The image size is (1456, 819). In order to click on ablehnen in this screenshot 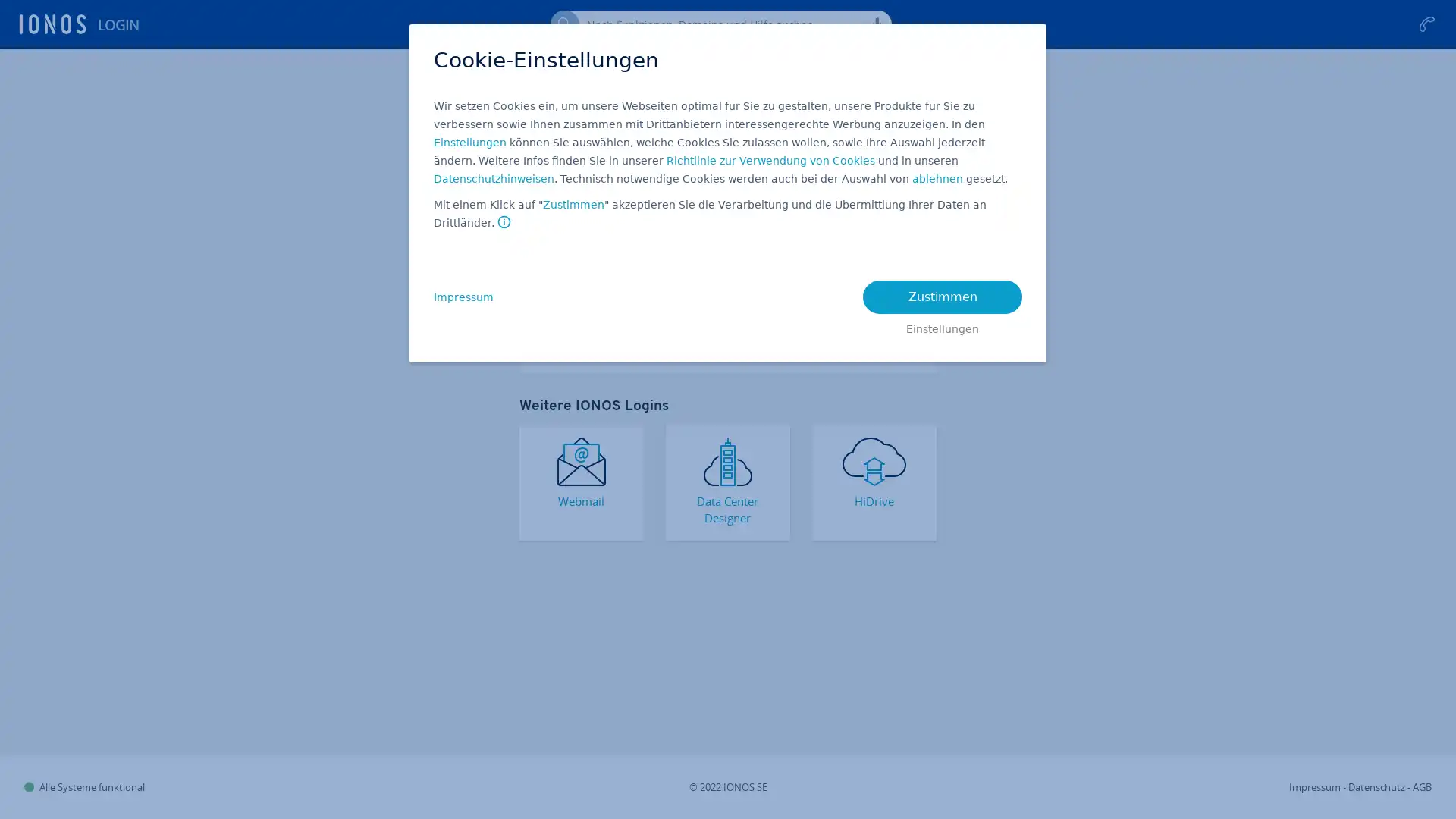, I will do `click(937, 178)`.